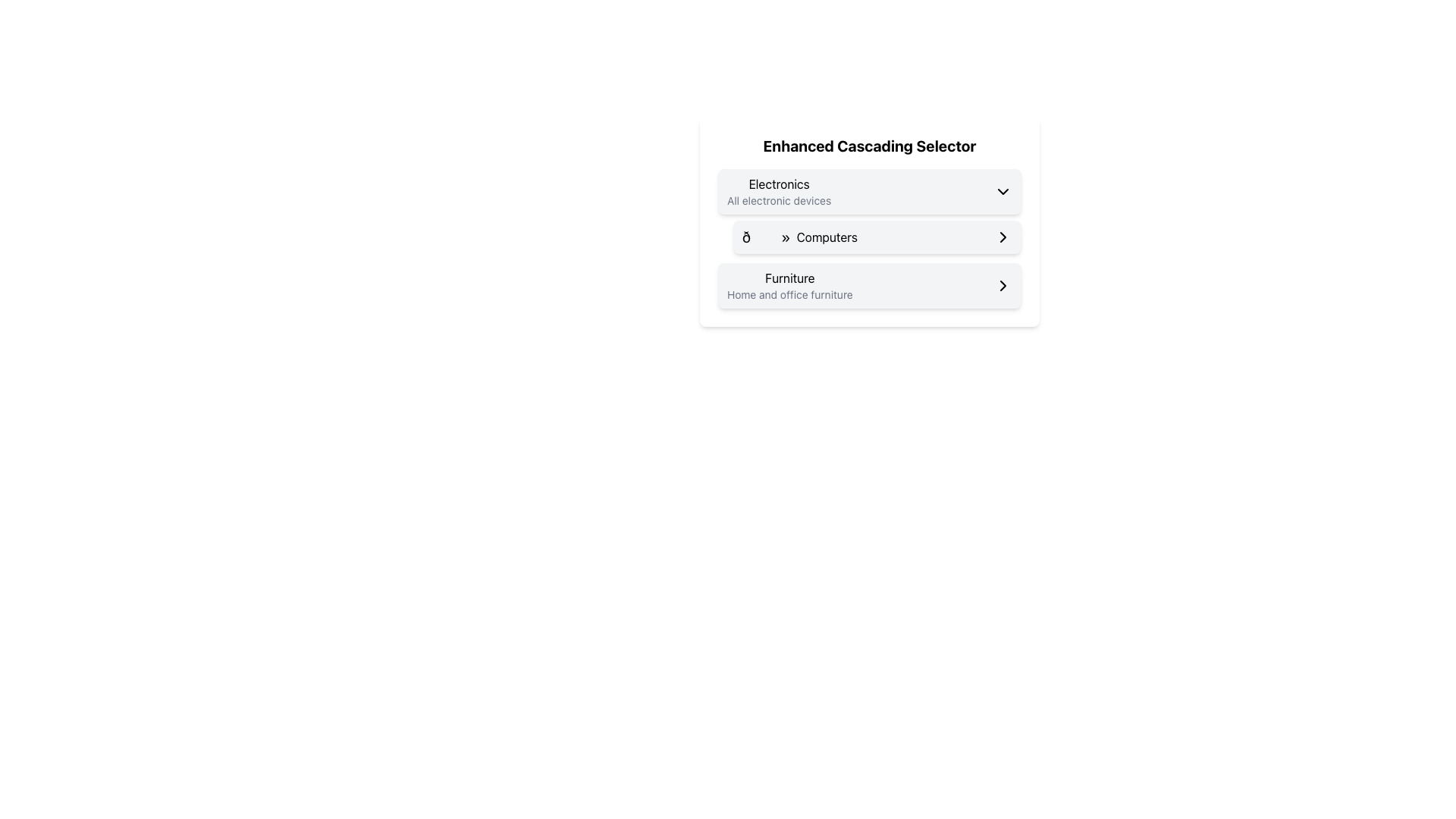  What do you see at coordinates (779, 200) in the screenshot?
I see `the text label that provides additional information for the 'Electronics' category, located beneath 'Electronics' in the dropdown section` at bounding box center [779, 200].